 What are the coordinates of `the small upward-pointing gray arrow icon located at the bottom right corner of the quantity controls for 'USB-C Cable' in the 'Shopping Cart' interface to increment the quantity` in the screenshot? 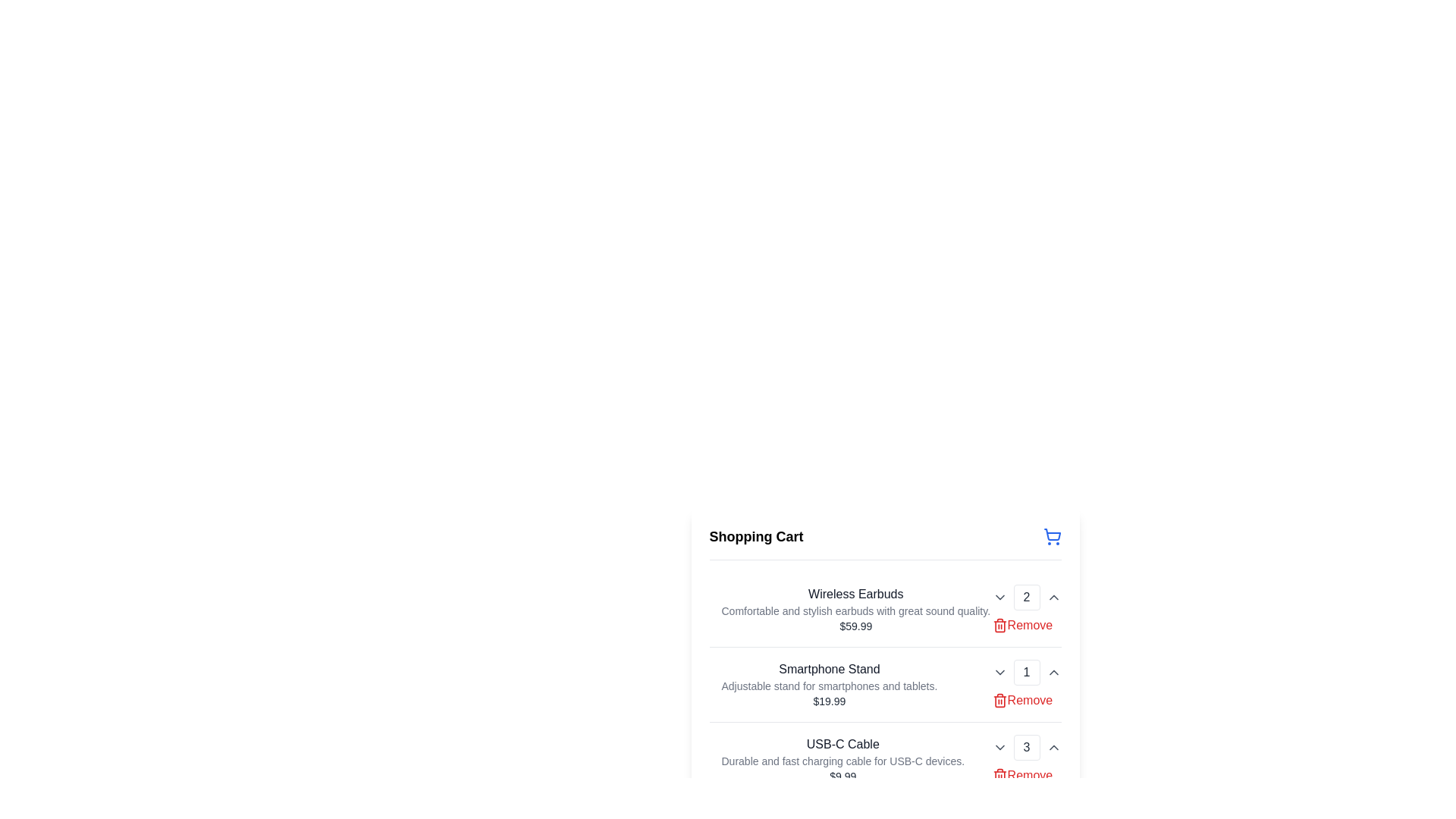 It's located at (1053, 747).